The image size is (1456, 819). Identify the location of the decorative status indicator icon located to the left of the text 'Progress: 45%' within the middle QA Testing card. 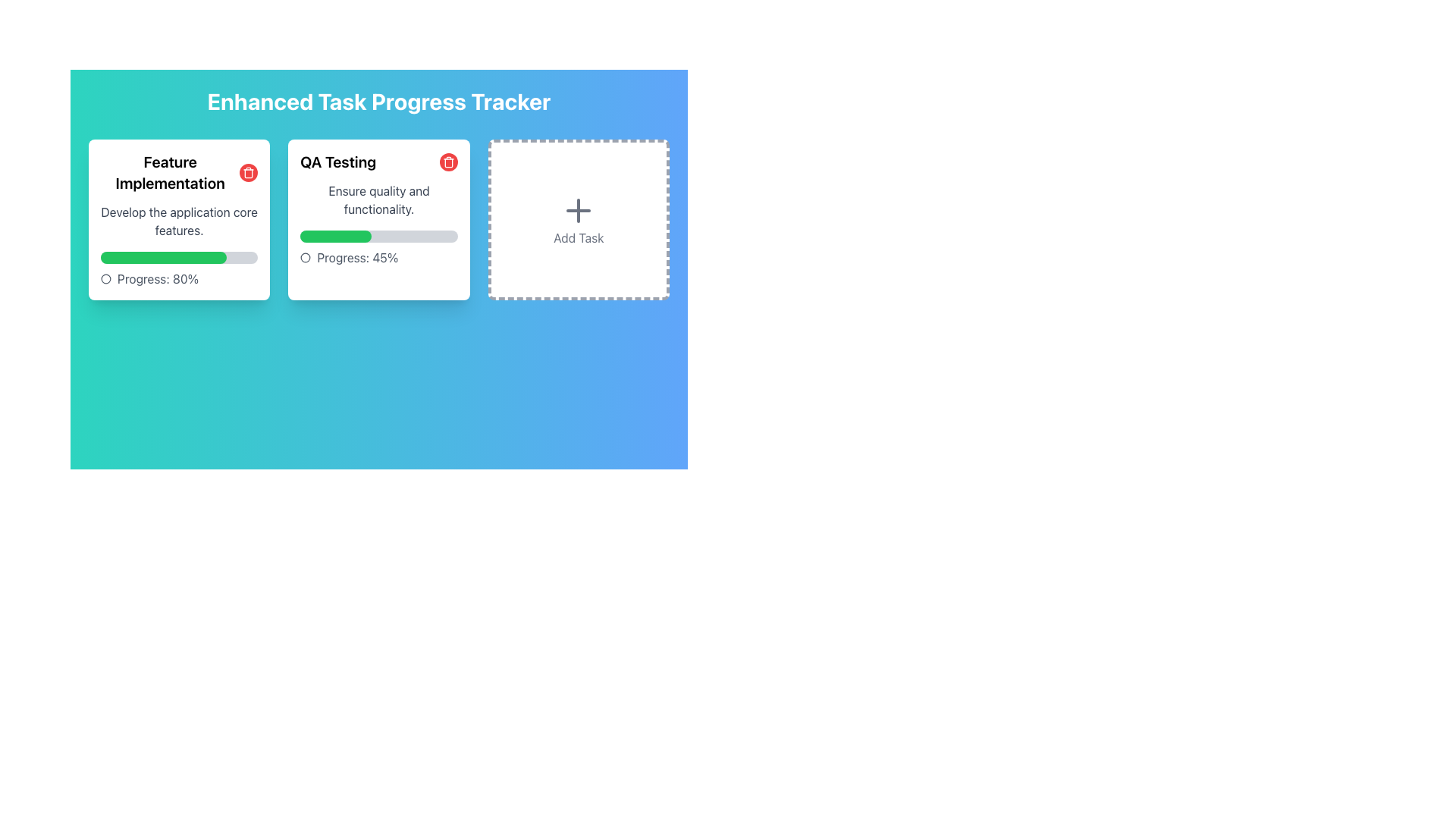
(305, 256).